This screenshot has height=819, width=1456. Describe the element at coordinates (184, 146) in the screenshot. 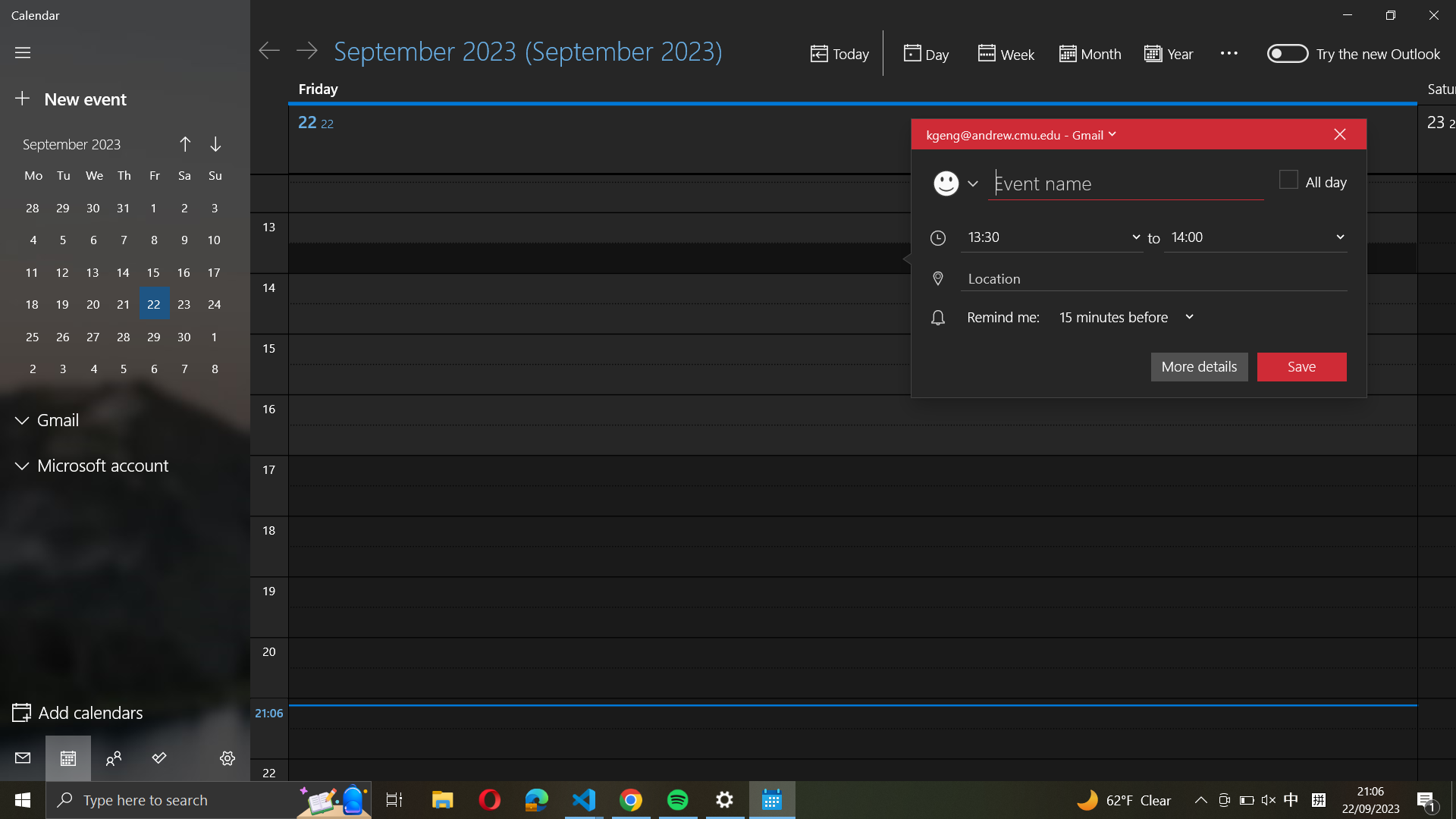

I see `Shift to the last month on your calendar view` at that location.